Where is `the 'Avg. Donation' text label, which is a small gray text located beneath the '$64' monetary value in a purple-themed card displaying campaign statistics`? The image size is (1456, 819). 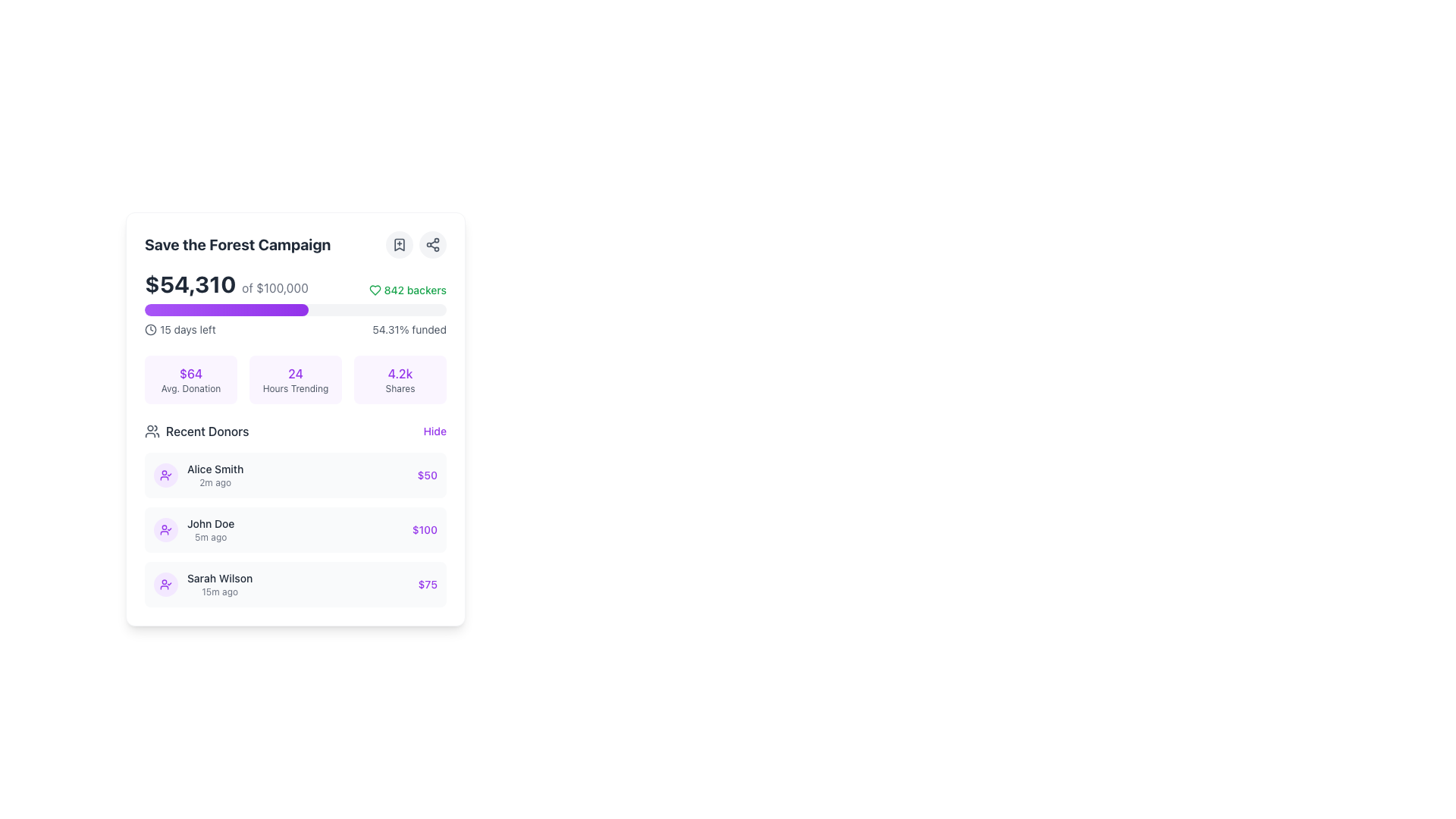 the 'Avg. Donation' text label, which is a small gray text located beneath the '$64' monetary value in a purple-themed card displaying campaign statistics is located at coordinates (190, 388).